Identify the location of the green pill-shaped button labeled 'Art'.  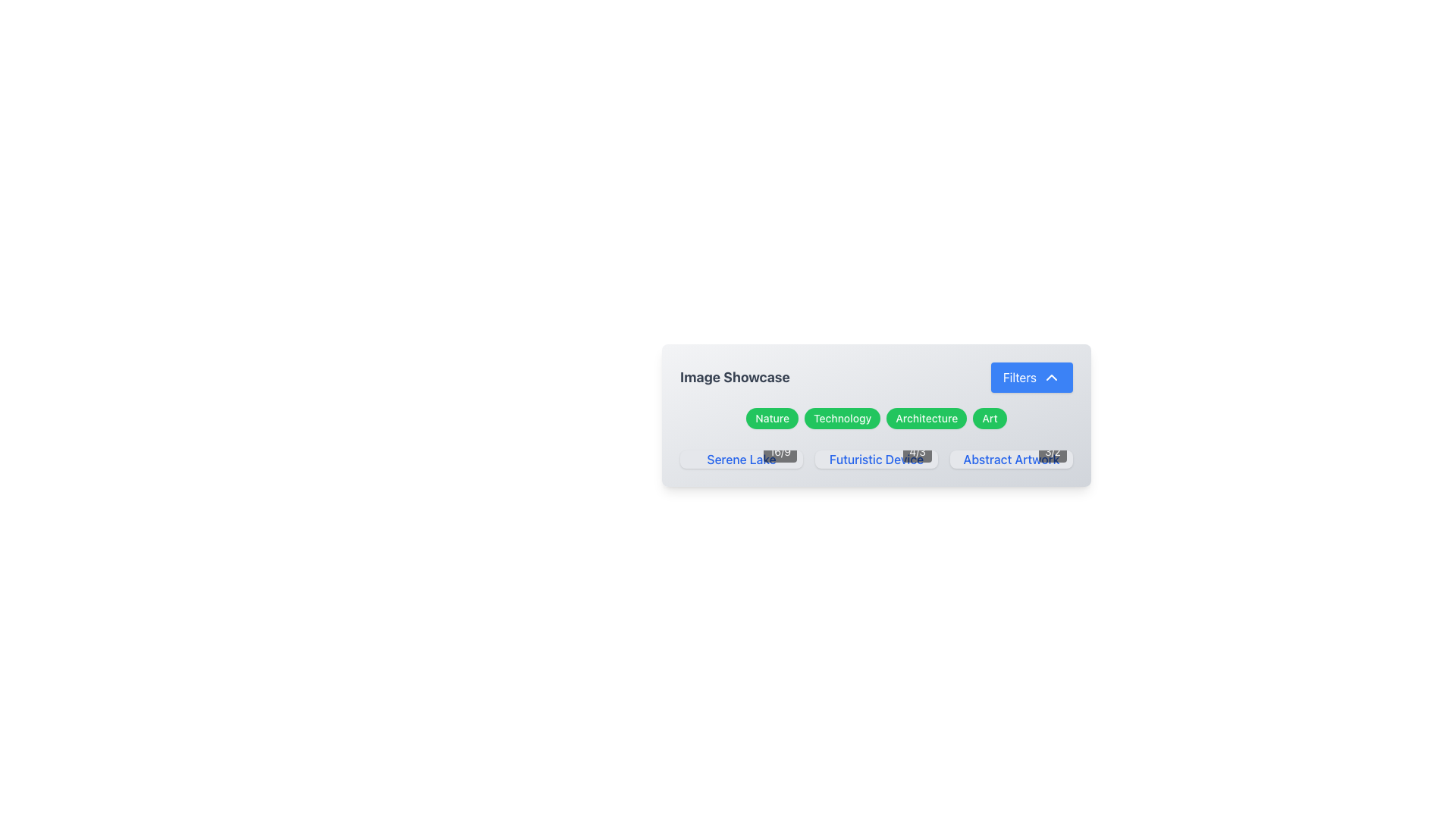
(990, 418).